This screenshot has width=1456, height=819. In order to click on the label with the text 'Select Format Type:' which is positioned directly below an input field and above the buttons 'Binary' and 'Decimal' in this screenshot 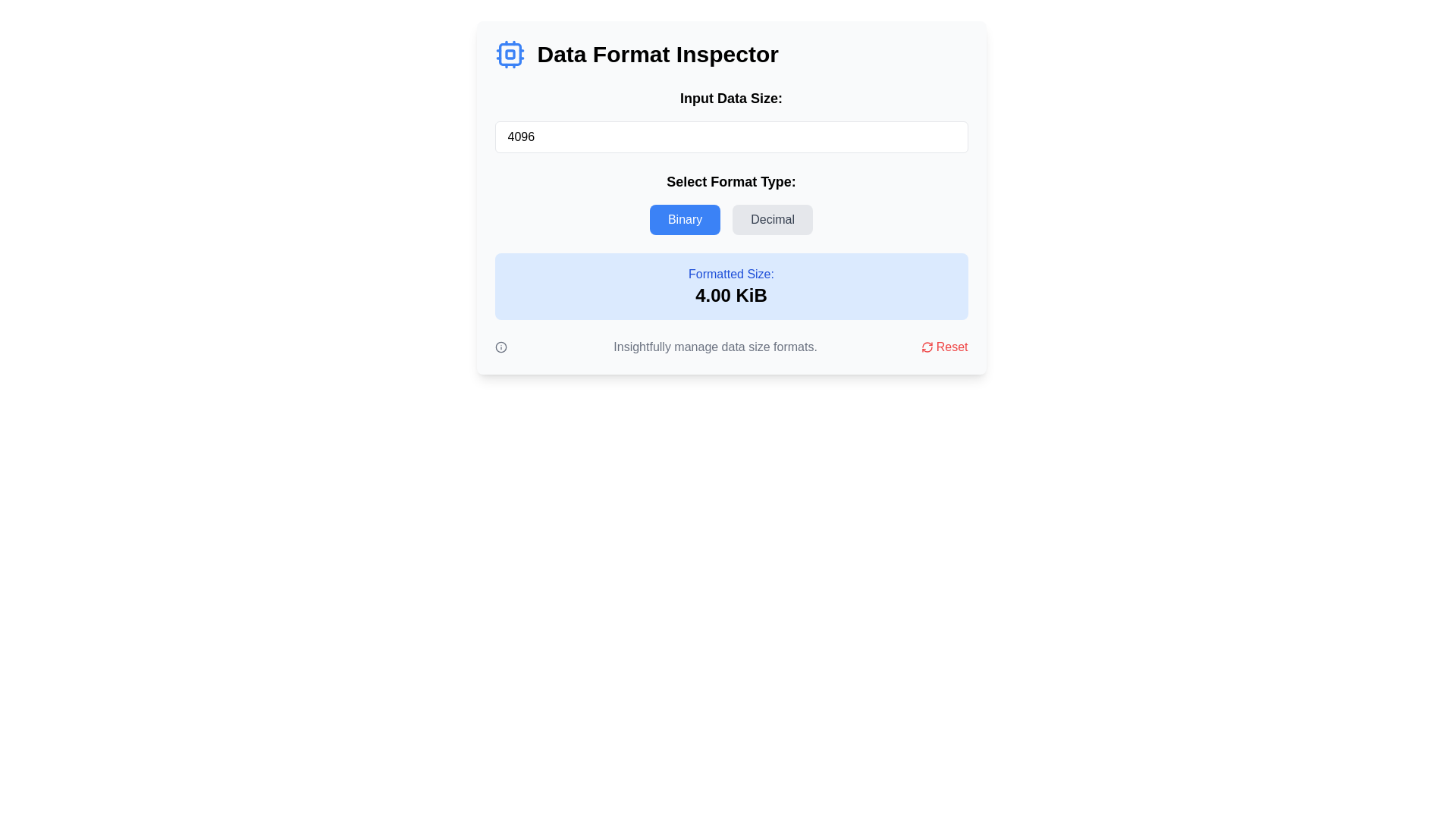, I will do `click(731, 180)`.